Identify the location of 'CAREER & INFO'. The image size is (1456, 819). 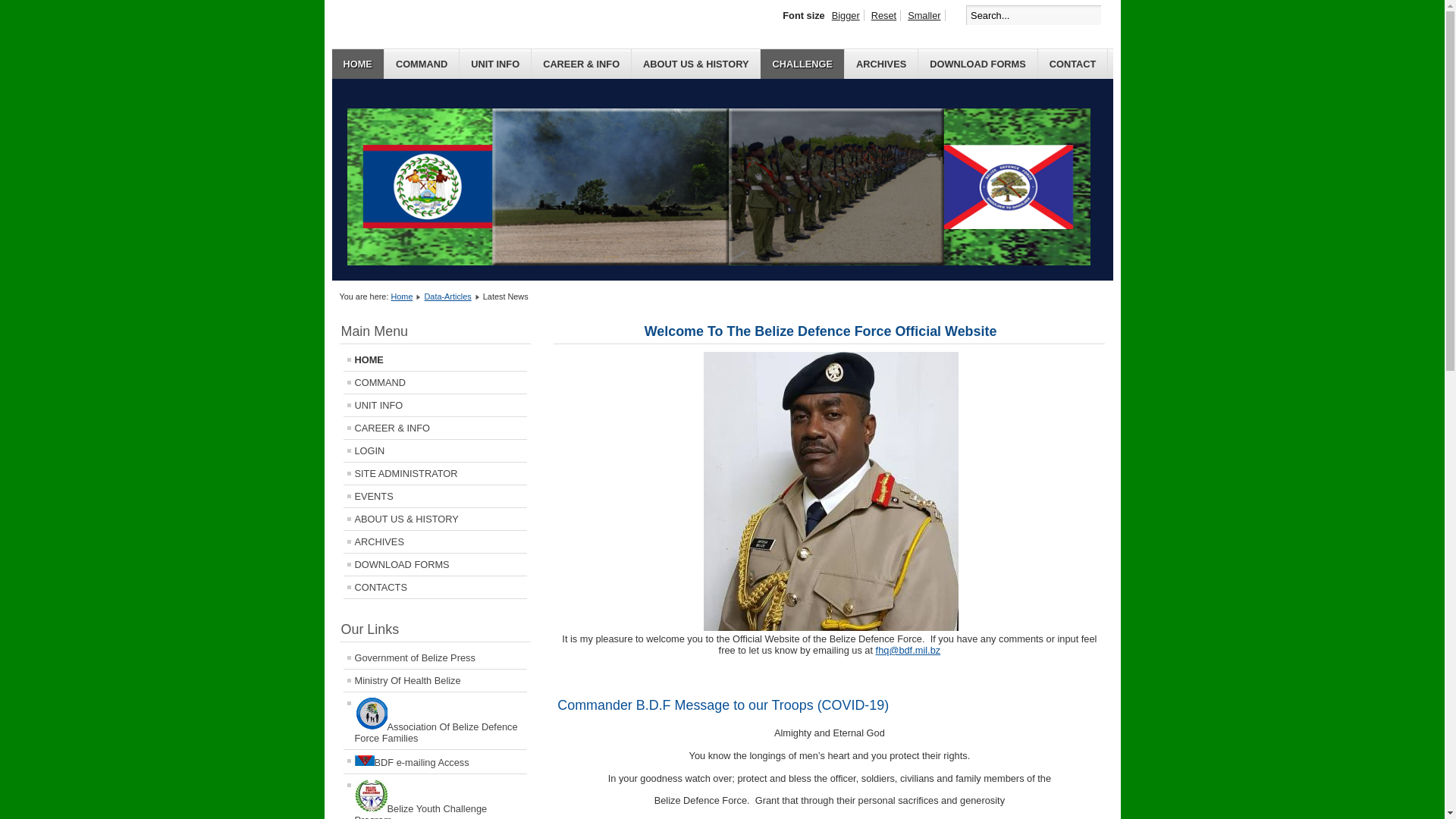
(434, 428).